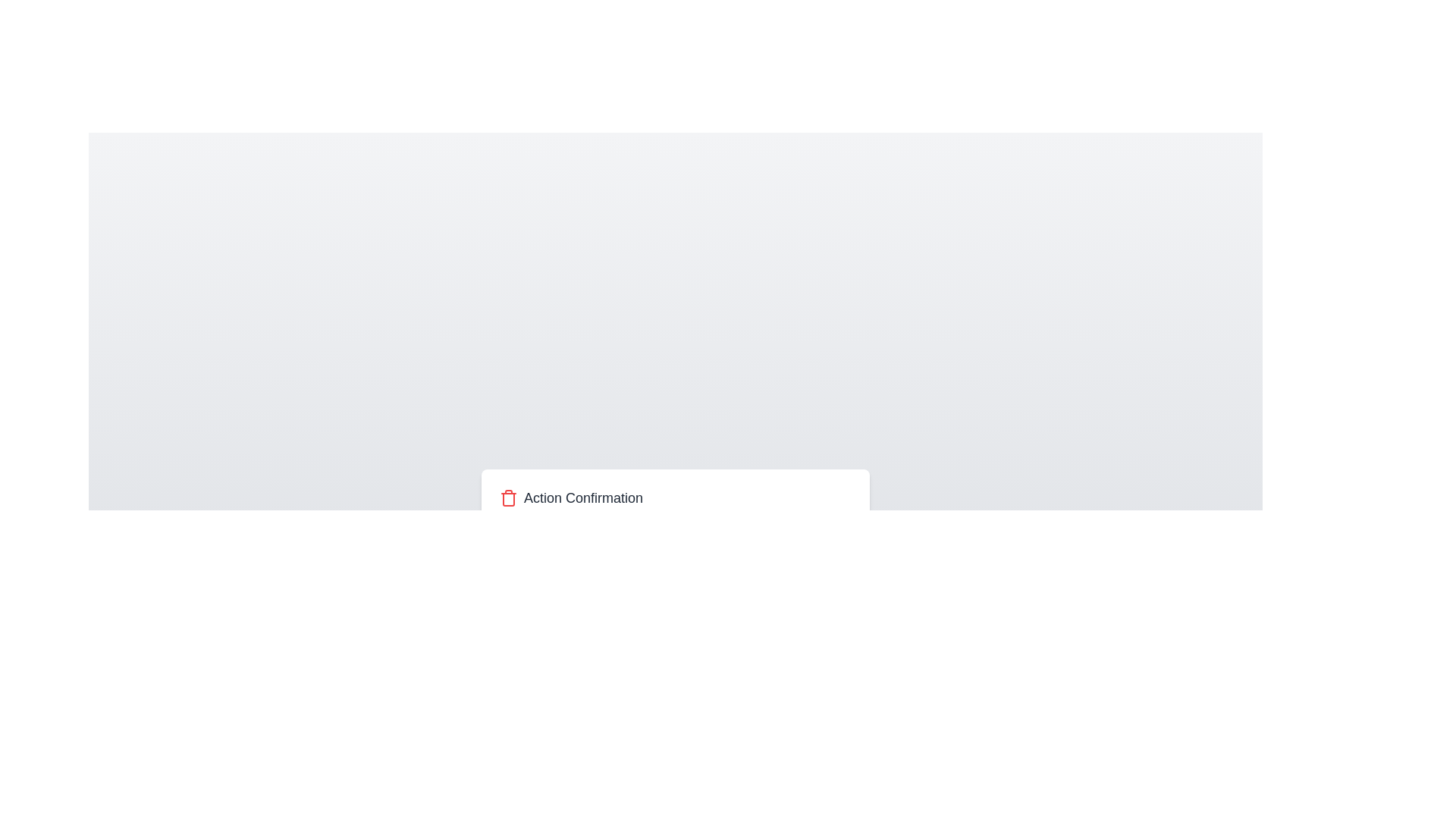 The height and width of the screenshot is (819, 1456). What do you see at coordinates (509, 497) in the screenshot?
I see `the trash can icon located to the left of the 'Action Confirmation' label` at bounding box center [509, 497].